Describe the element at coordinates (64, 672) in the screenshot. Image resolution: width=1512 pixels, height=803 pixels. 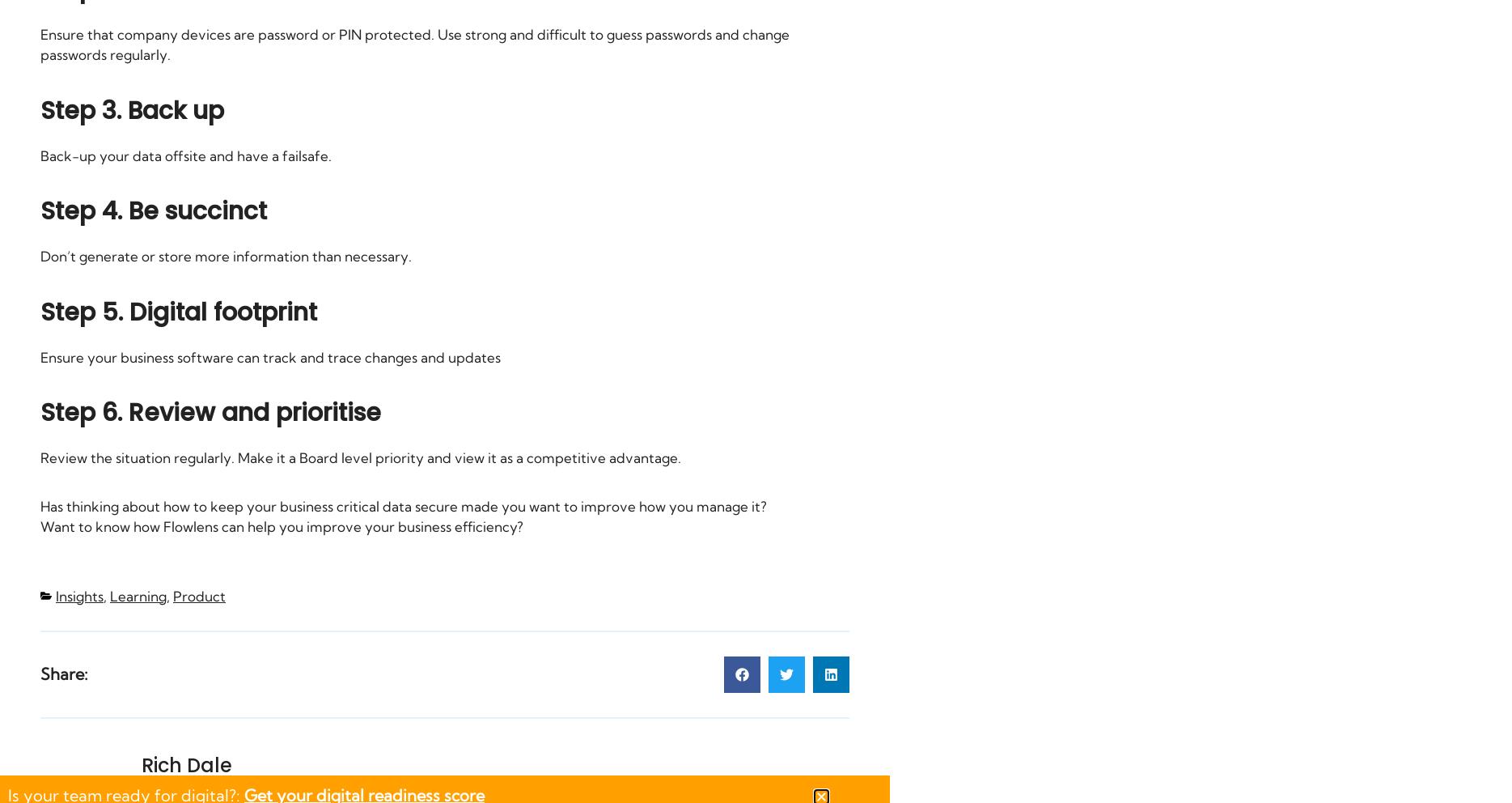
I see `'Share:'` at that location.